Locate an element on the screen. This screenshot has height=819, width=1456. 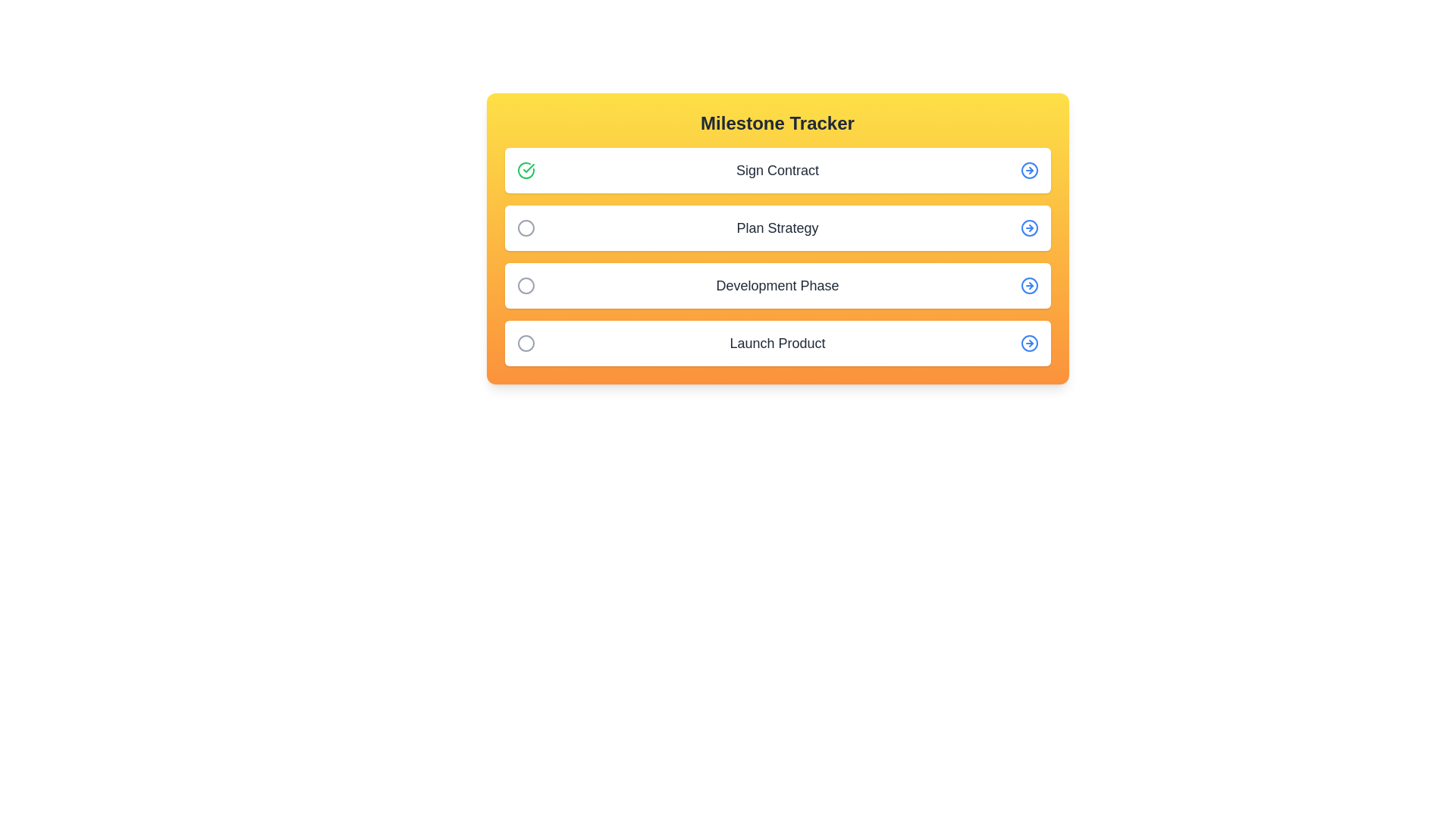
the circular outline and arrow icon located to the right of the 'Plan Strategy' item in the vertically stacked list is located at coordinates (1029, 227).